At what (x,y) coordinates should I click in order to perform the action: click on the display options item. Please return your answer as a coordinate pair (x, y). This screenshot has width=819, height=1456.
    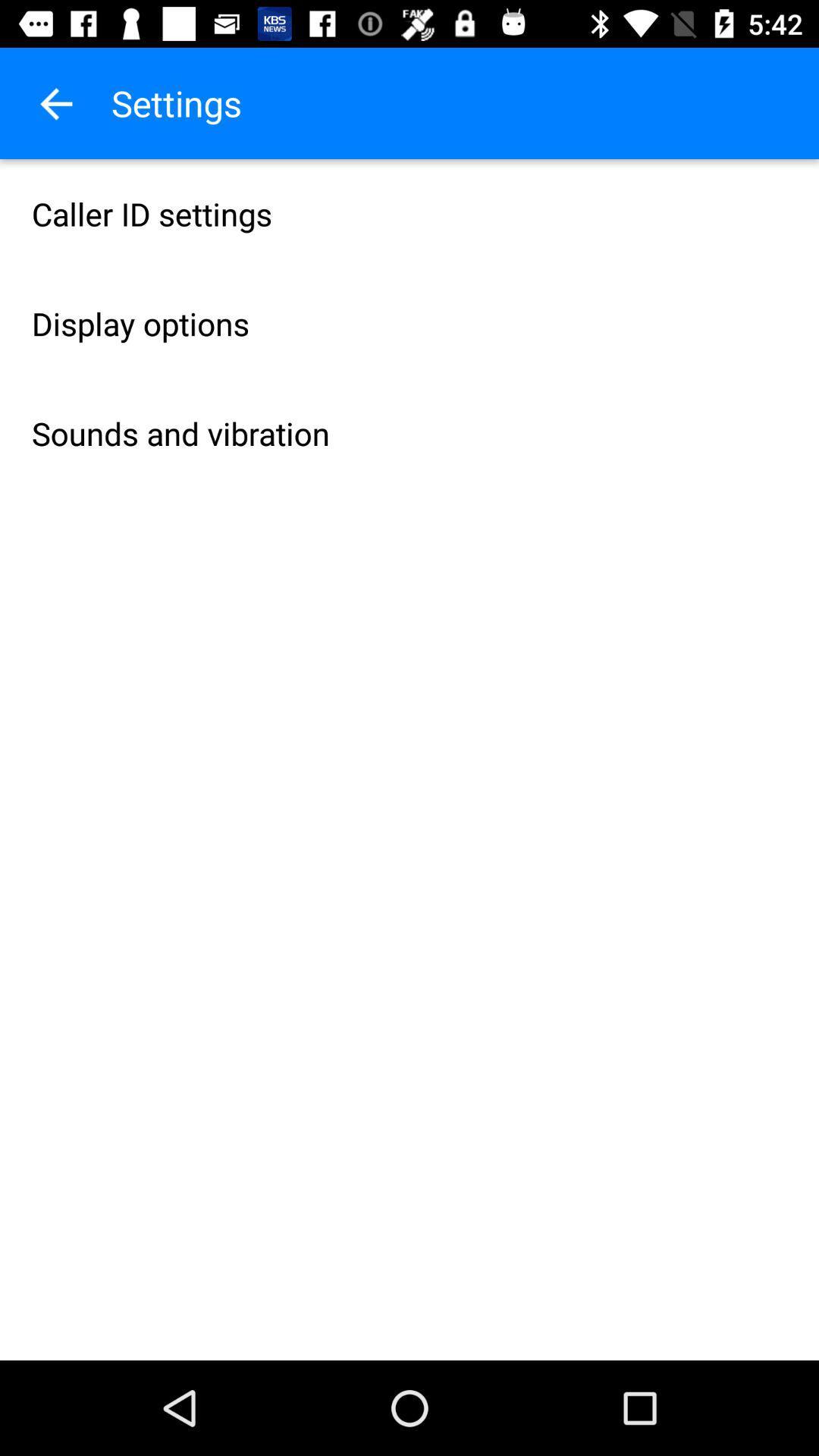
    Looking at the image, I should click on (409, 323).